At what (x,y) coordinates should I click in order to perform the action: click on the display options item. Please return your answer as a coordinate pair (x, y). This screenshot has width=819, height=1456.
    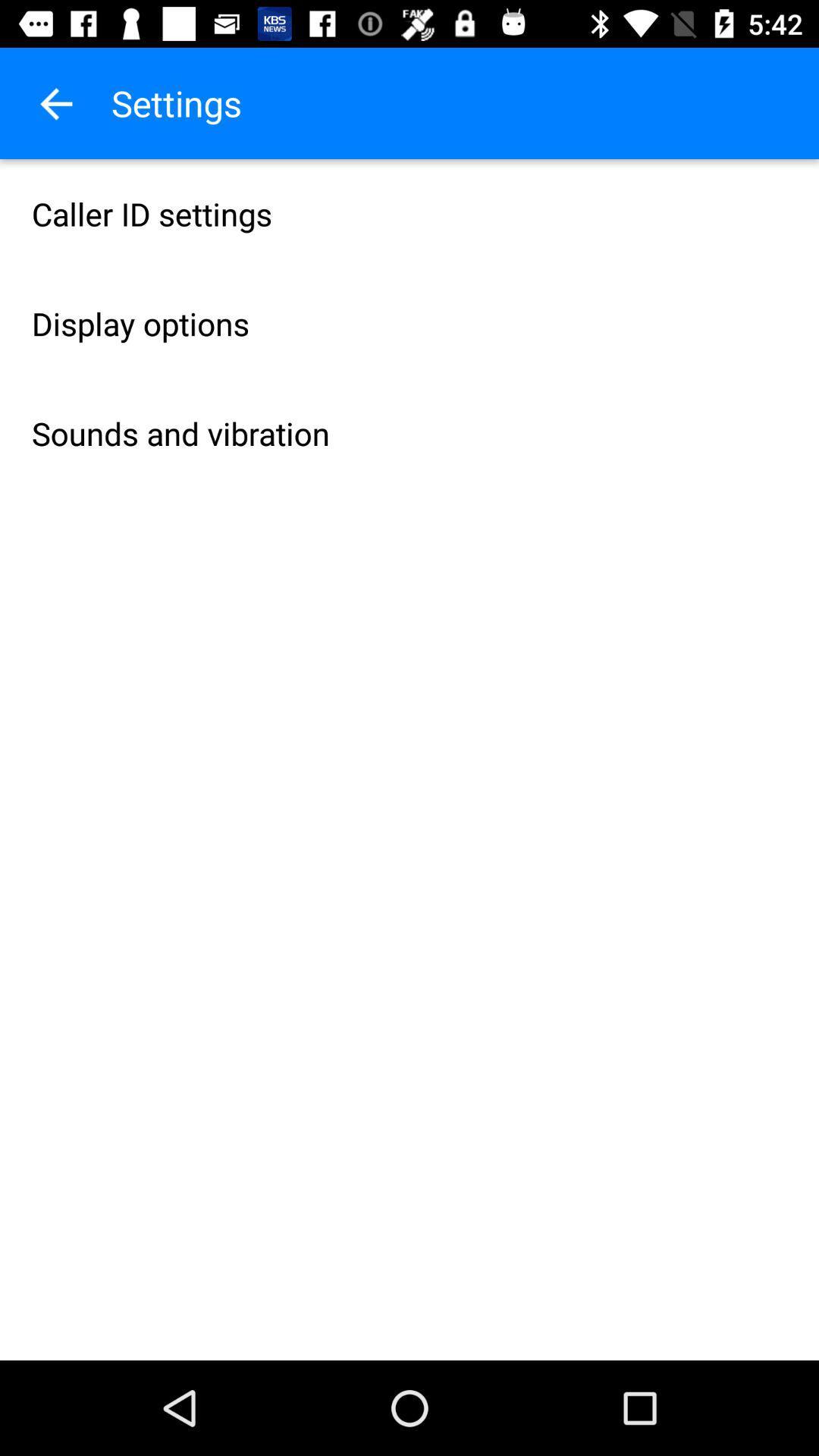
    Looking at the image, I should click on (409, 323).